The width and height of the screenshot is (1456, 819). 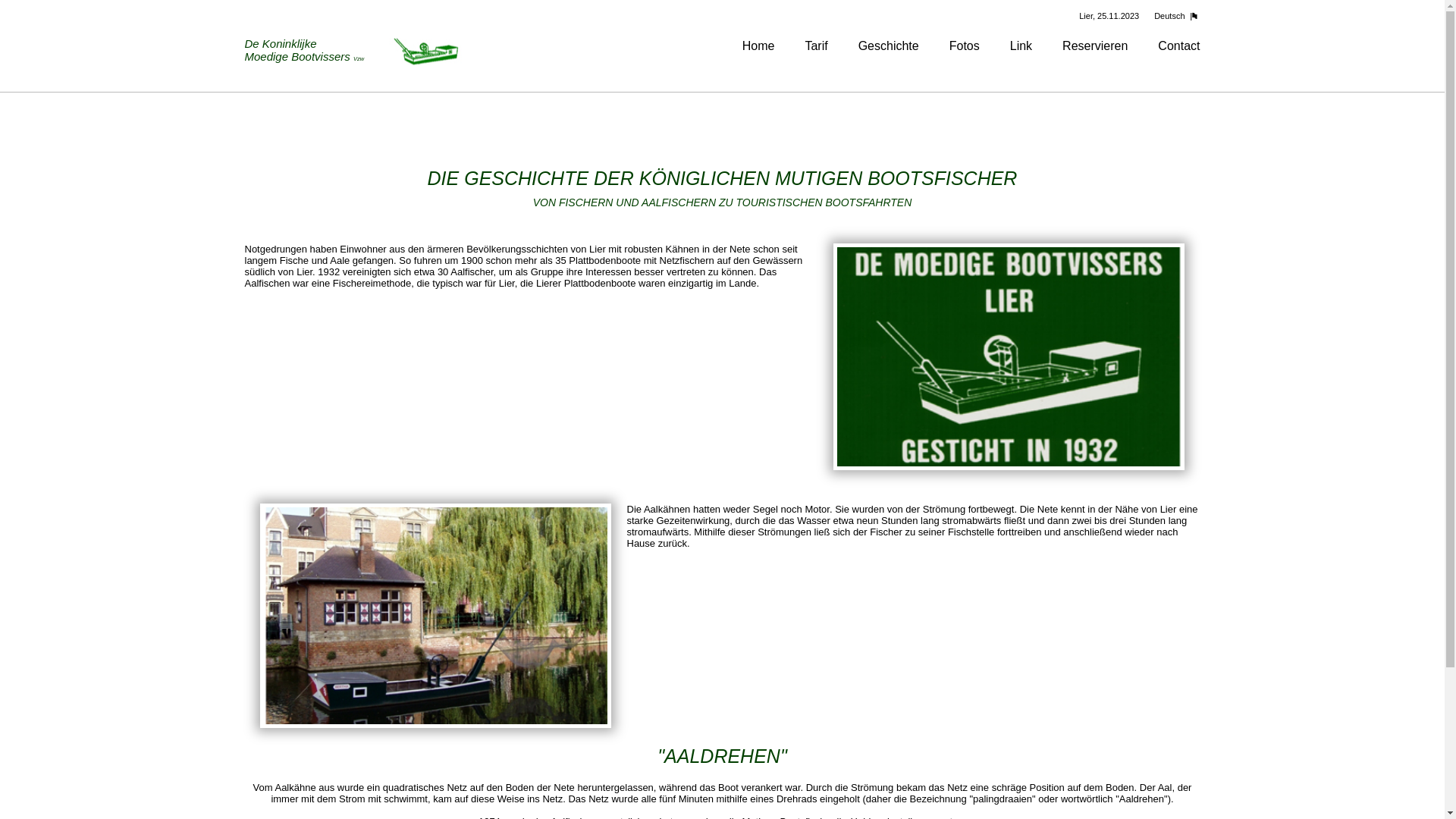 What do you see at coordinates (1021, 45) in the screenshot?
I see `'Link'` at bounding box center [1021, 45].